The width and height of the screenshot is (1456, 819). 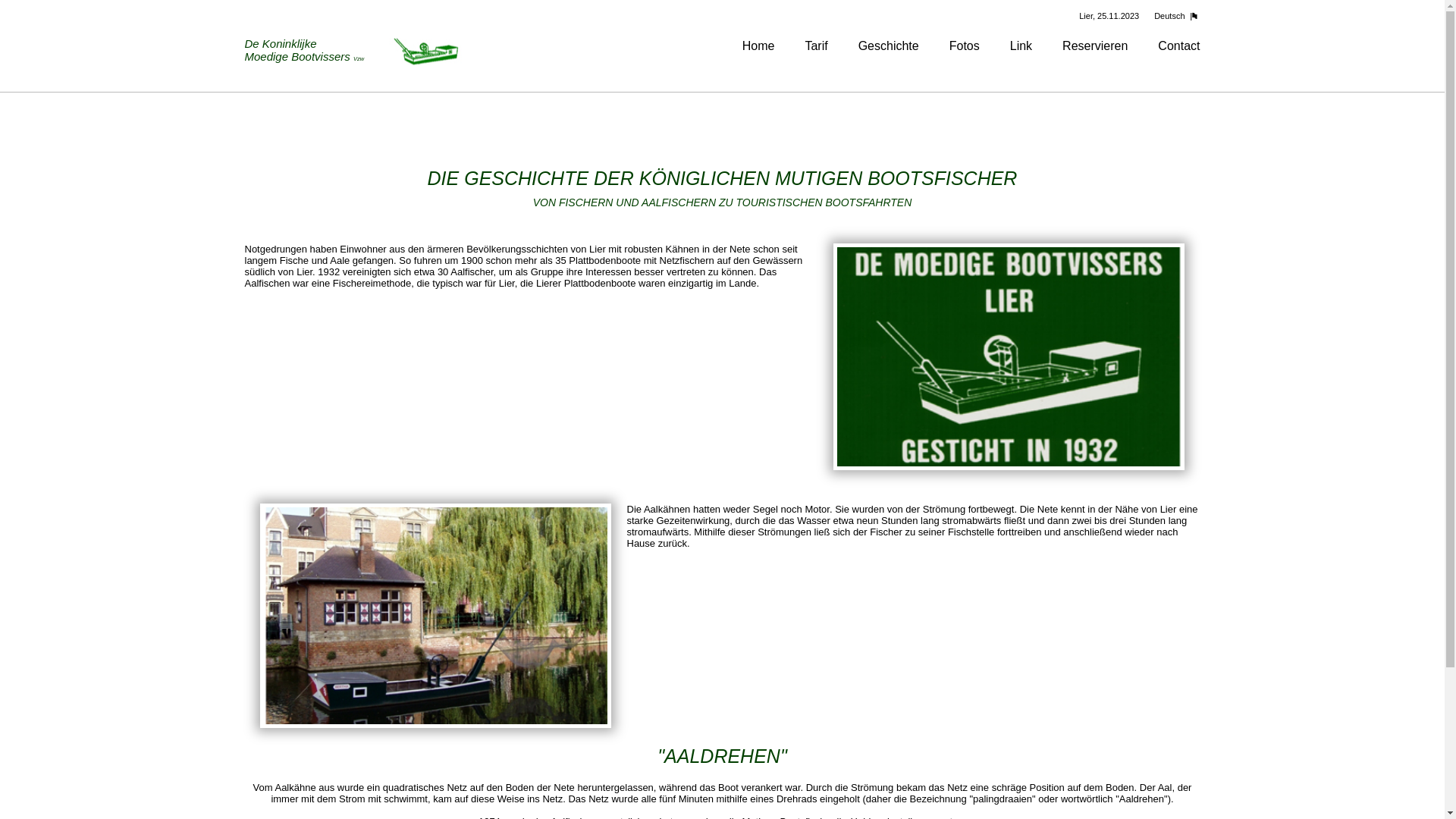 What do you see at coordinates (1021, 45) in the screenshot?
I see `'Link'` at bounding box center [1021, 45].